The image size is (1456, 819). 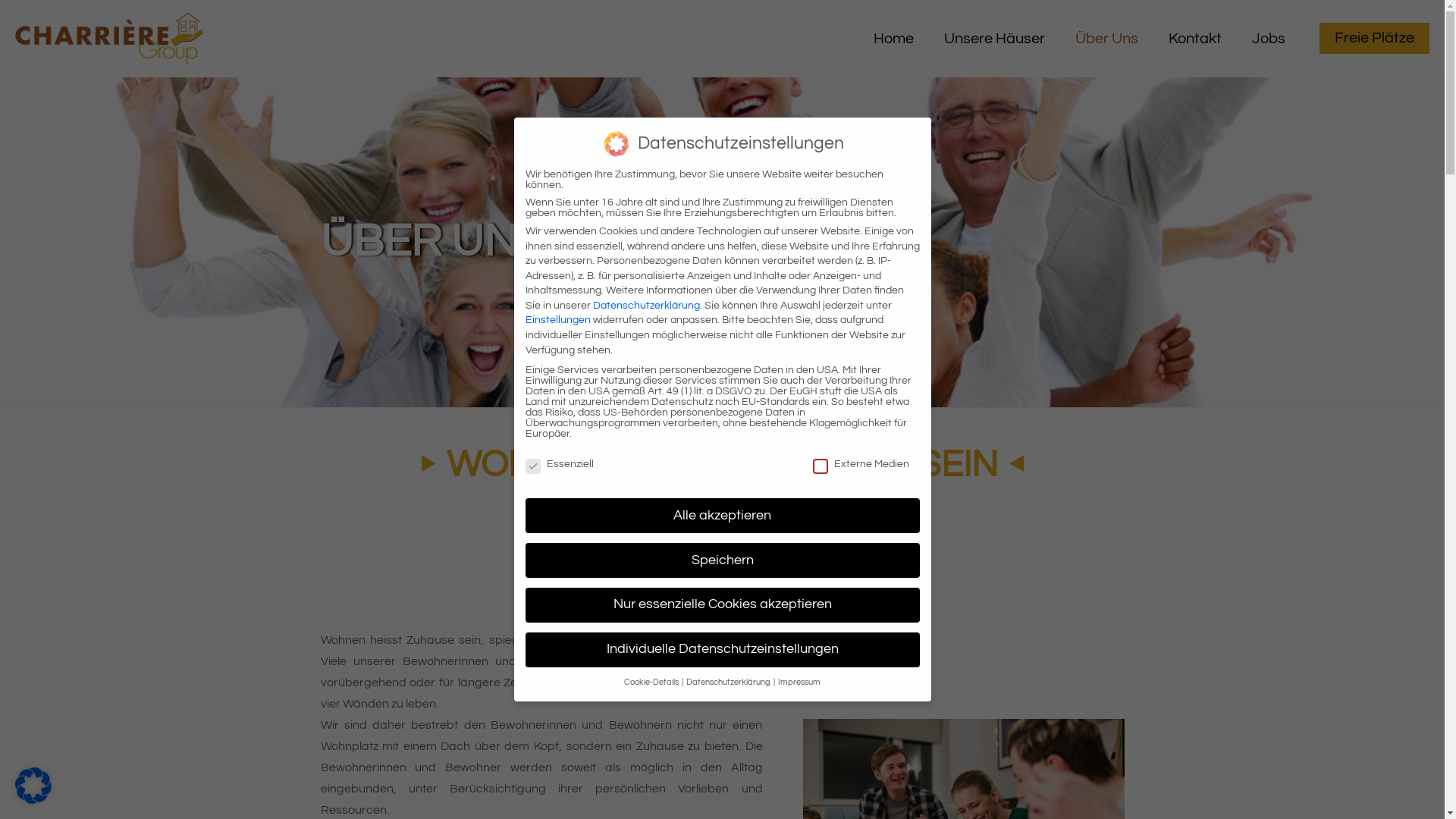 What do you see at coordinates (720, 648) in the screenshot?
I see `'Individuelle Datenschutzeinstellungen'` at bounding box center [720, 648].